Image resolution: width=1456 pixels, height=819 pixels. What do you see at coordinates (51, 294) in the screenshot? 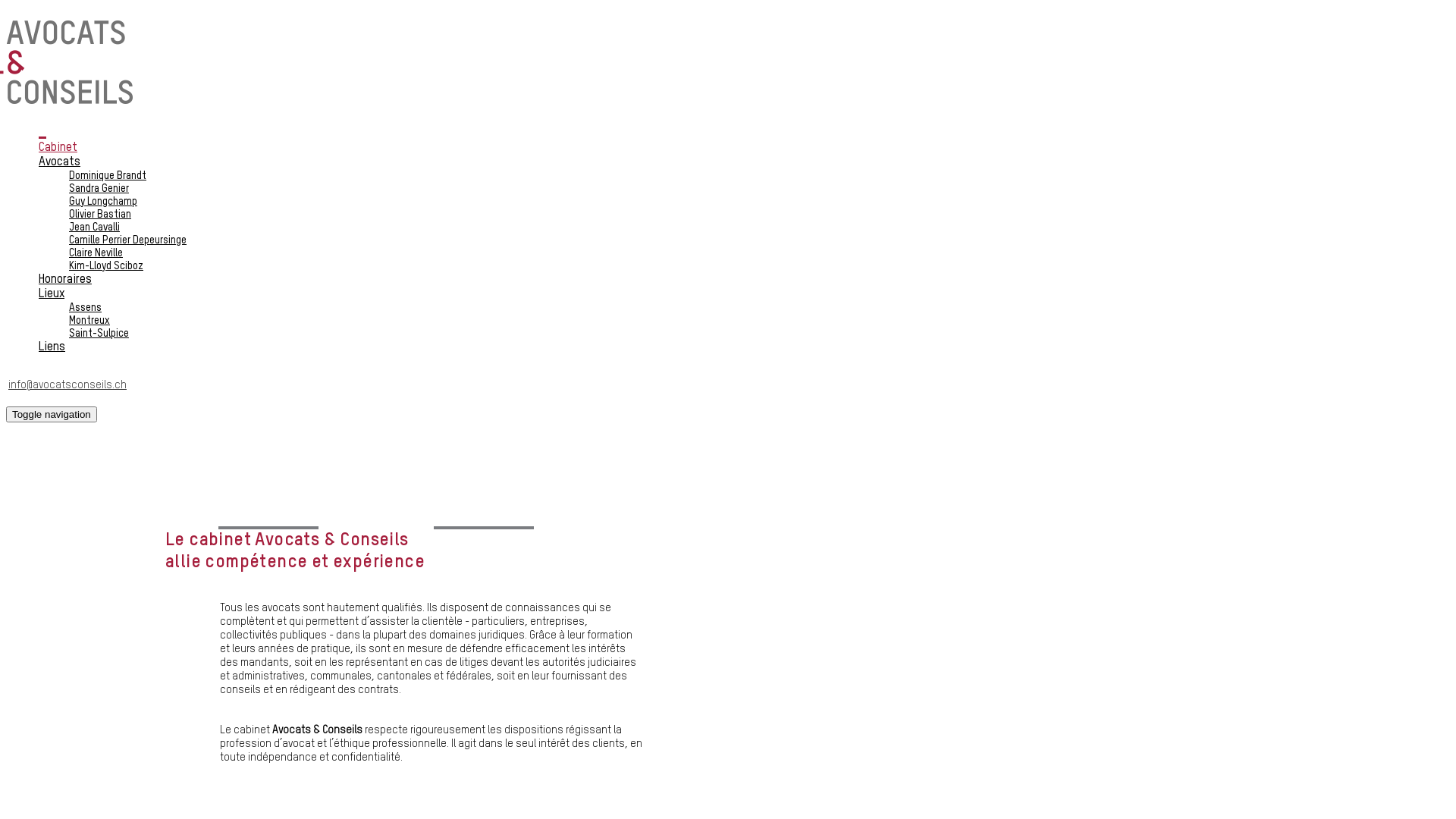
I see `'Lieux'` at bounding box center [51, 294].